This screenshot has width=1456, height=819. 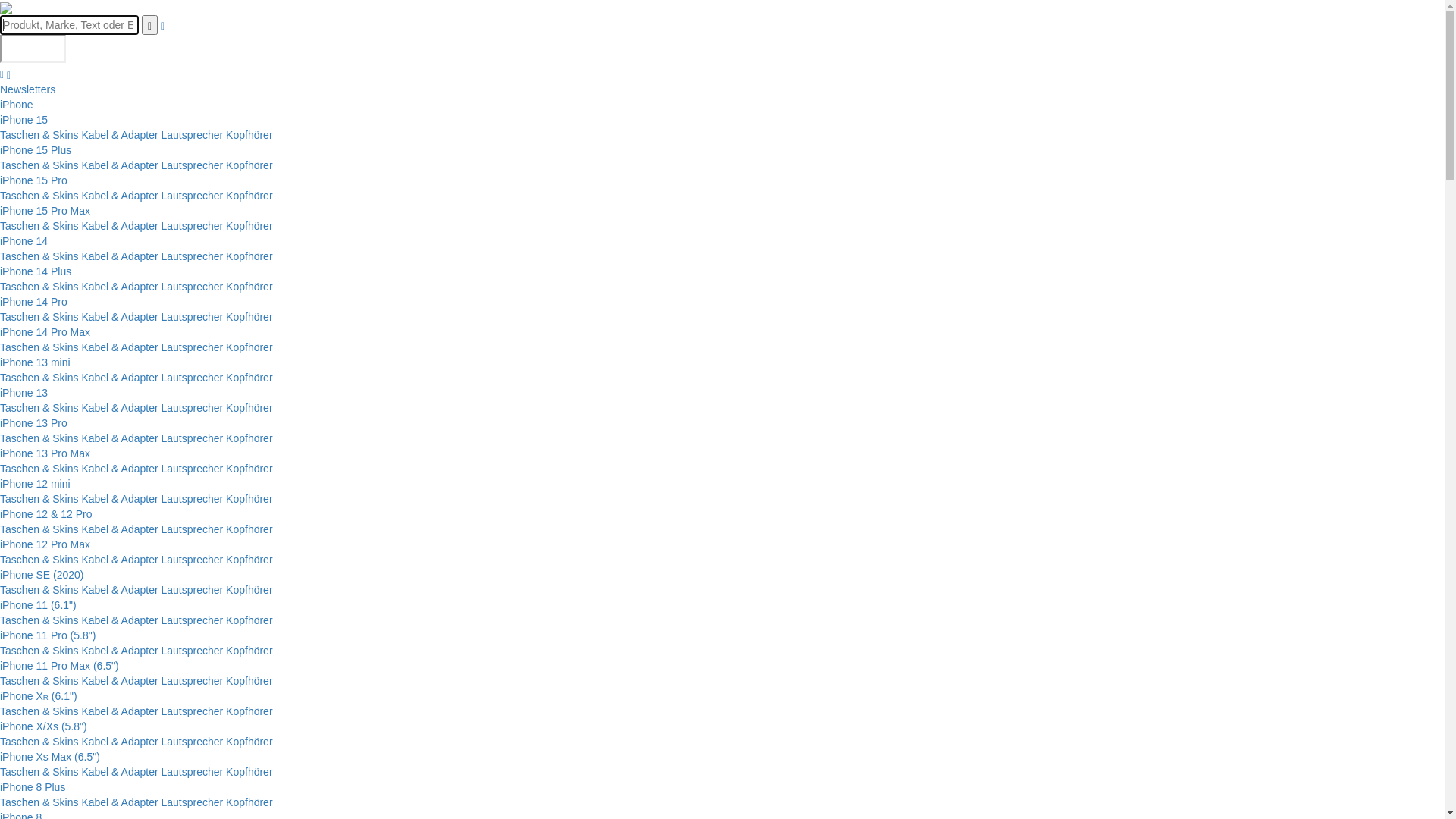 What do you see at coordinates (42, 575) in the screenshot?
I see `'iPhone SE (2020)'` at bounding box center [42, 575].